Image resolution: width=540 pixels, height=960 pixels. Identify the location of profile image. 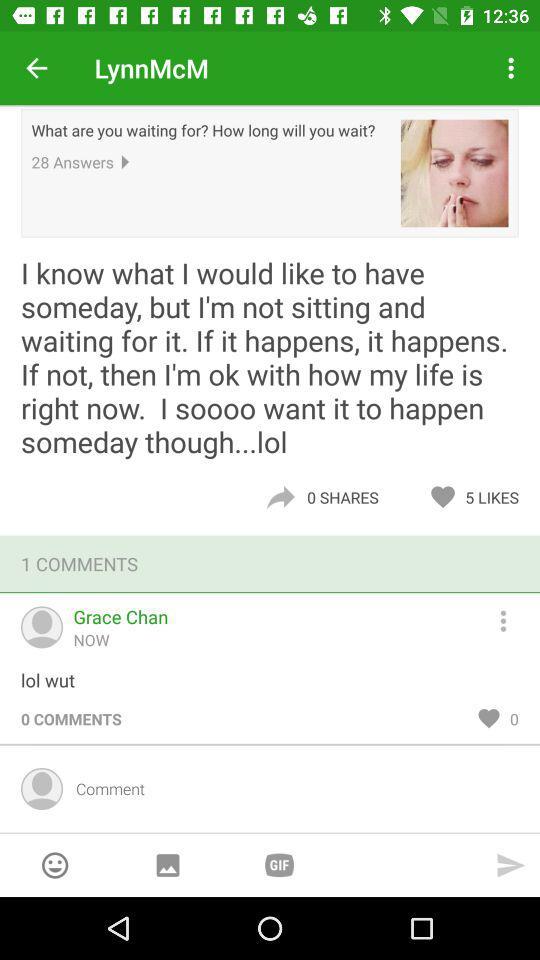
(454, 172).